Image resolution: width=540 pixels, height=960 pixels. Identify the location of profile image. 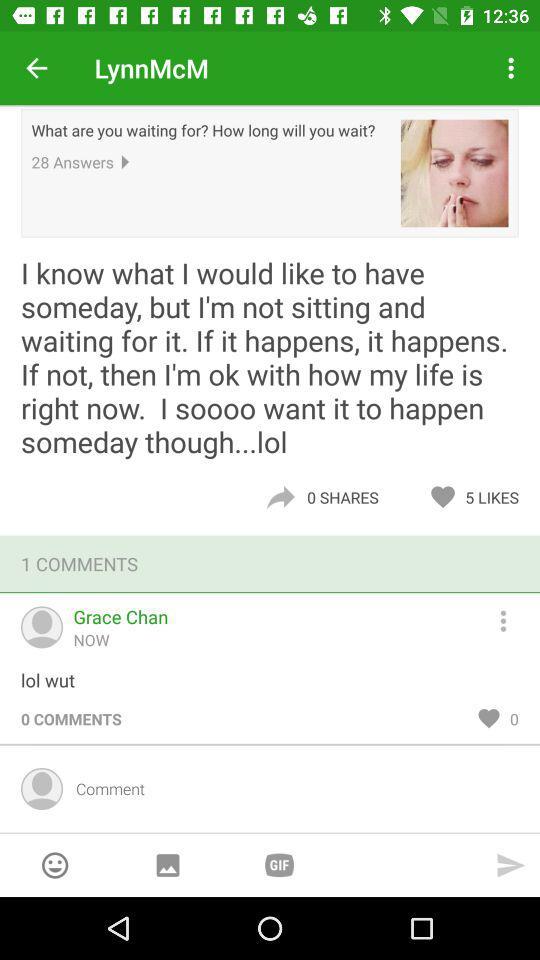
(454, 172).